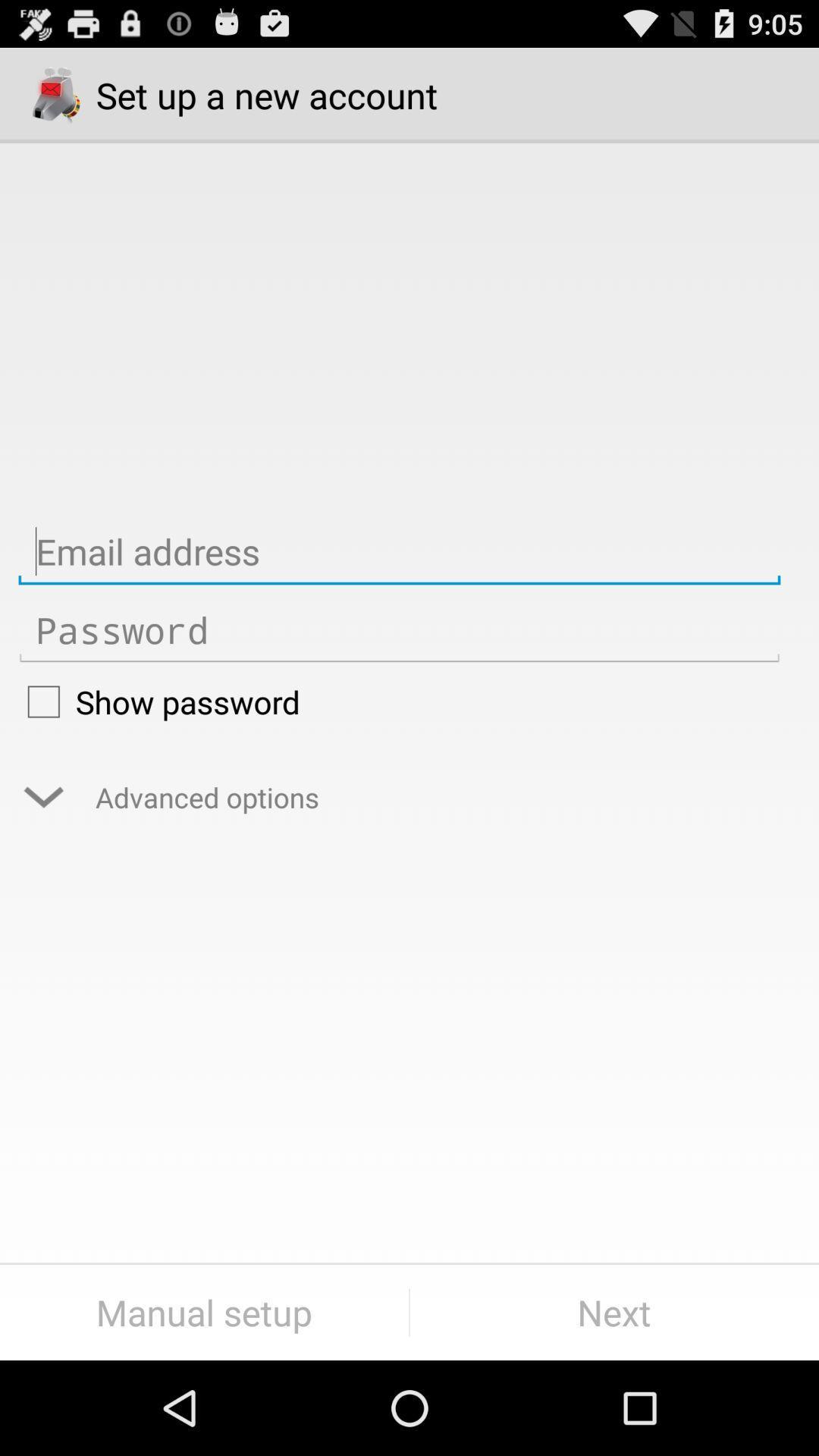  What do you see at coordinates (398, 701) in the screenshot?
I see `show password icon` at bounding box center [398, 701].